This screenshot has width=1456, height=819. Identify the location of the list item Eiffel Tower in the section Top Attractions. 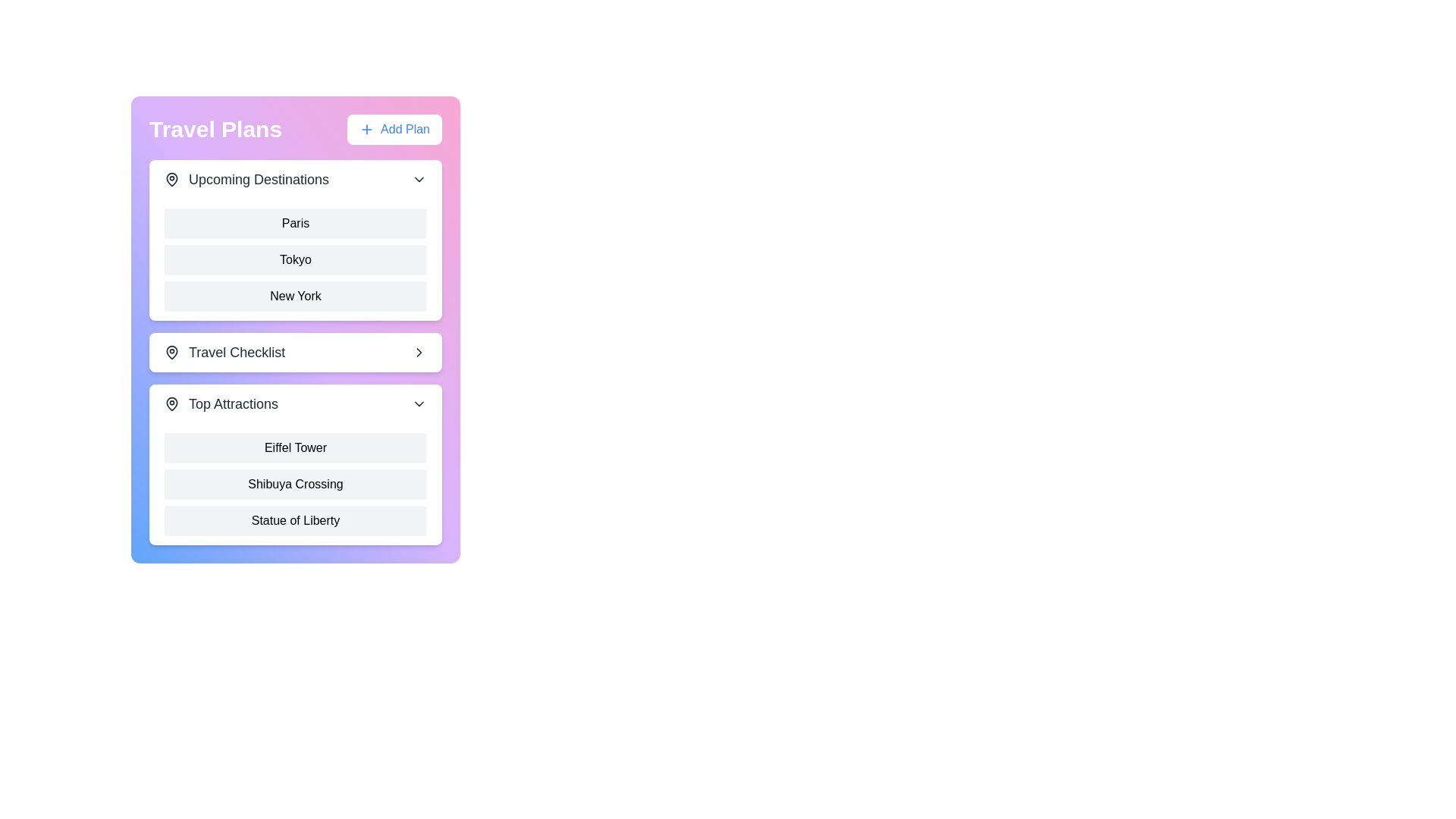
(295, 447).